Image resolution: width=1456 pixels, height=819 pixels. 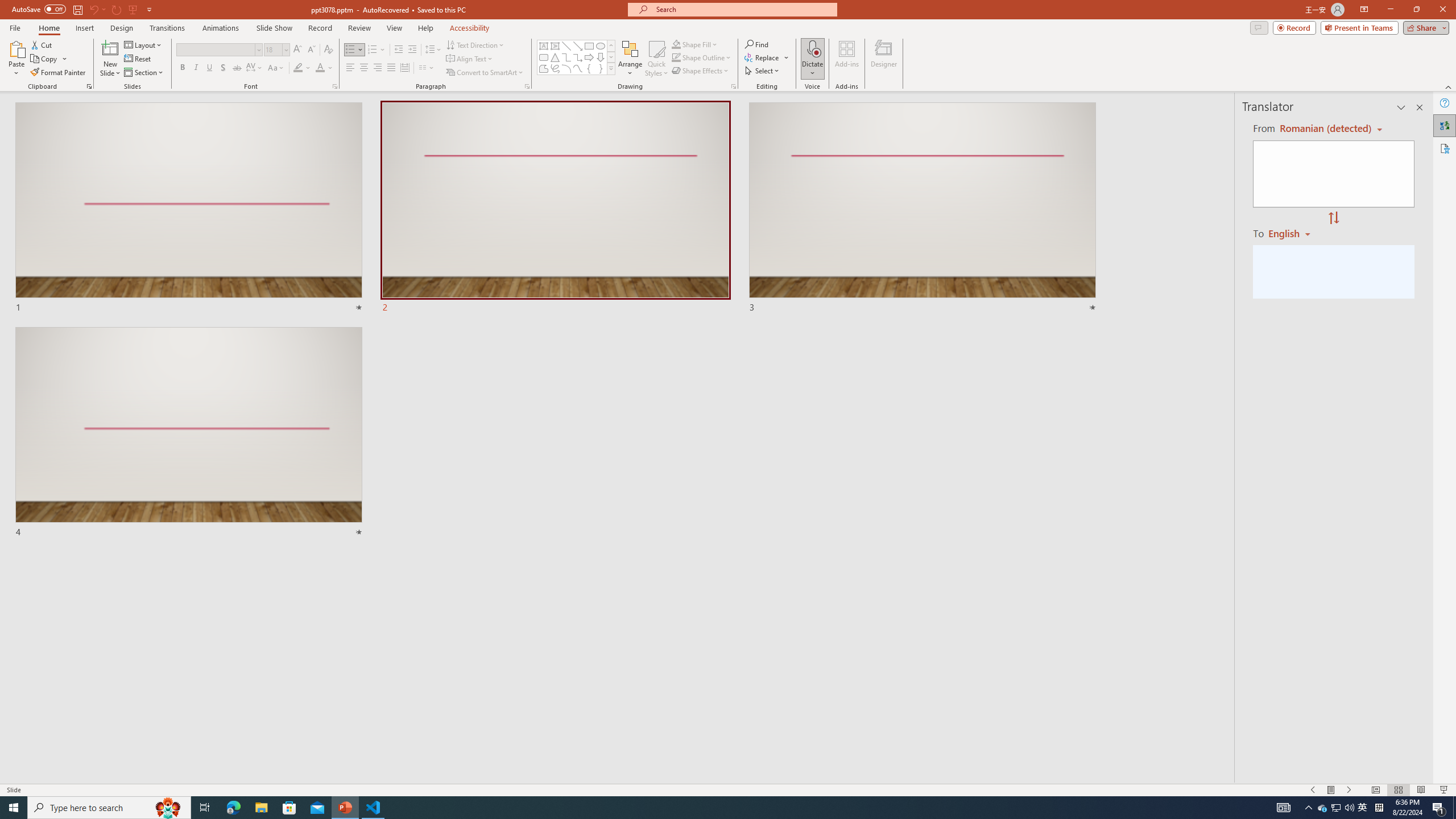 What do you see at coordinates (1349, 790) in the screenshot?
I see `'Slide Show Next On'` at bounding box center [1349, 790].